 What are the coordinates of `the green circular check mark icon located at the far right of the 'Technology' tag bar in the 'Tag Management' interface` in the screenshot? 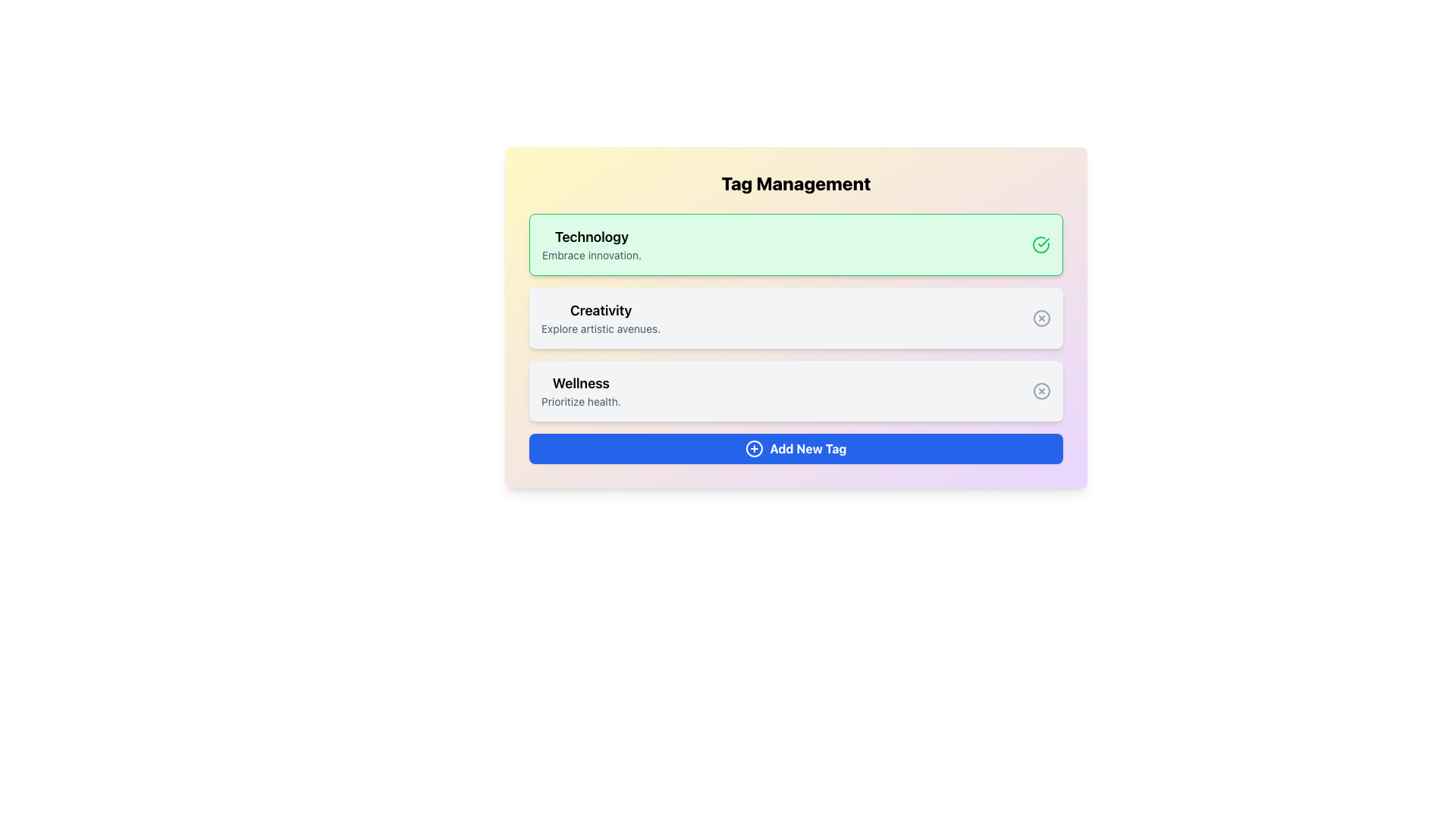 It's located at (1040, 244).